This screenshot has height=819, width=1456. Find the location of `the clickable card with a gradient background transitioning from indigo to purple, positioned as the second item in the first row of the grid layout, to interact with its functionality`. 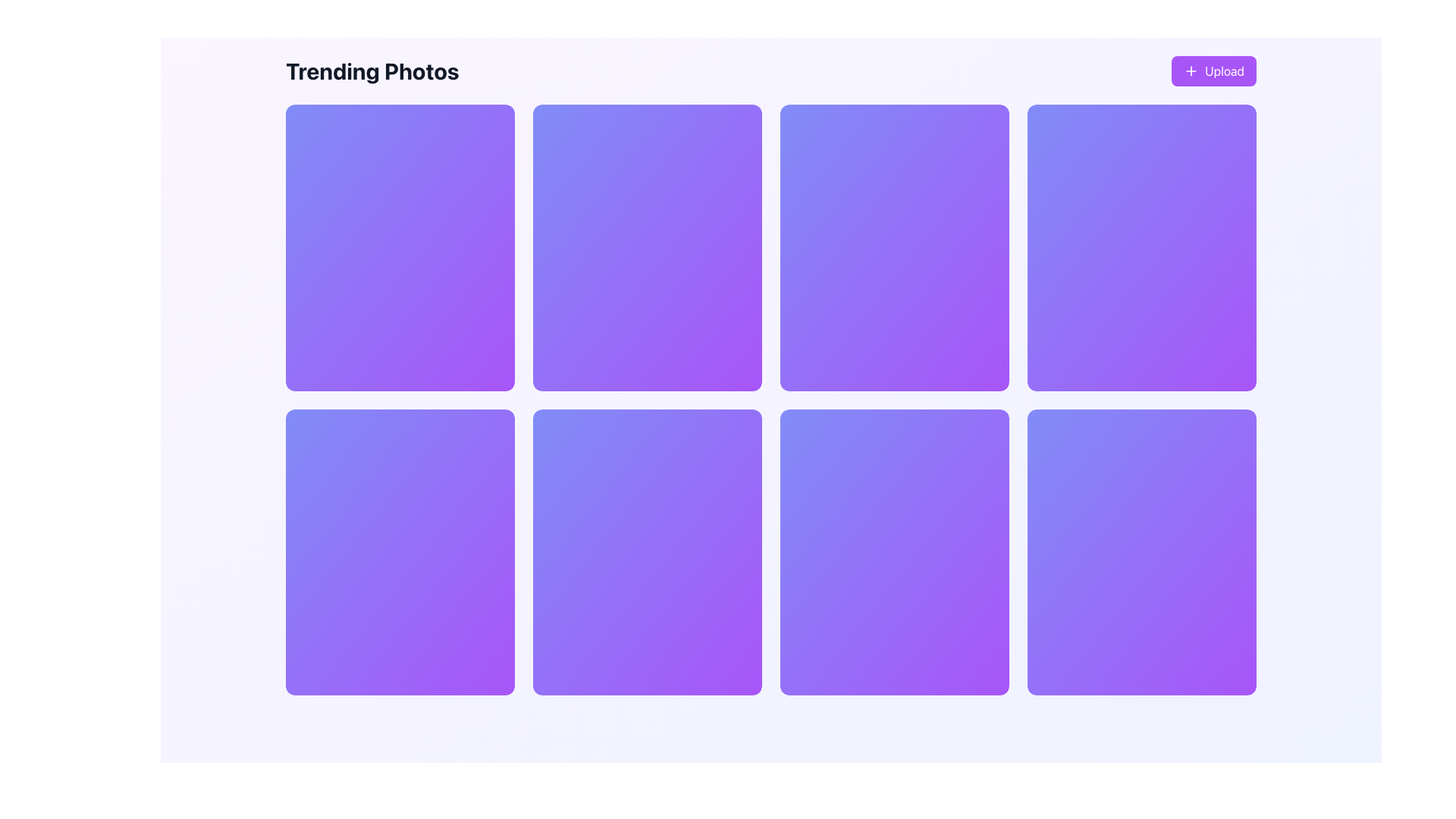

the clickable card with a gradient background transitioning from indigo to purple, positioned as the second item in the first row of the grid layout, to interact with its functionality is located at coordinates (648, 246).